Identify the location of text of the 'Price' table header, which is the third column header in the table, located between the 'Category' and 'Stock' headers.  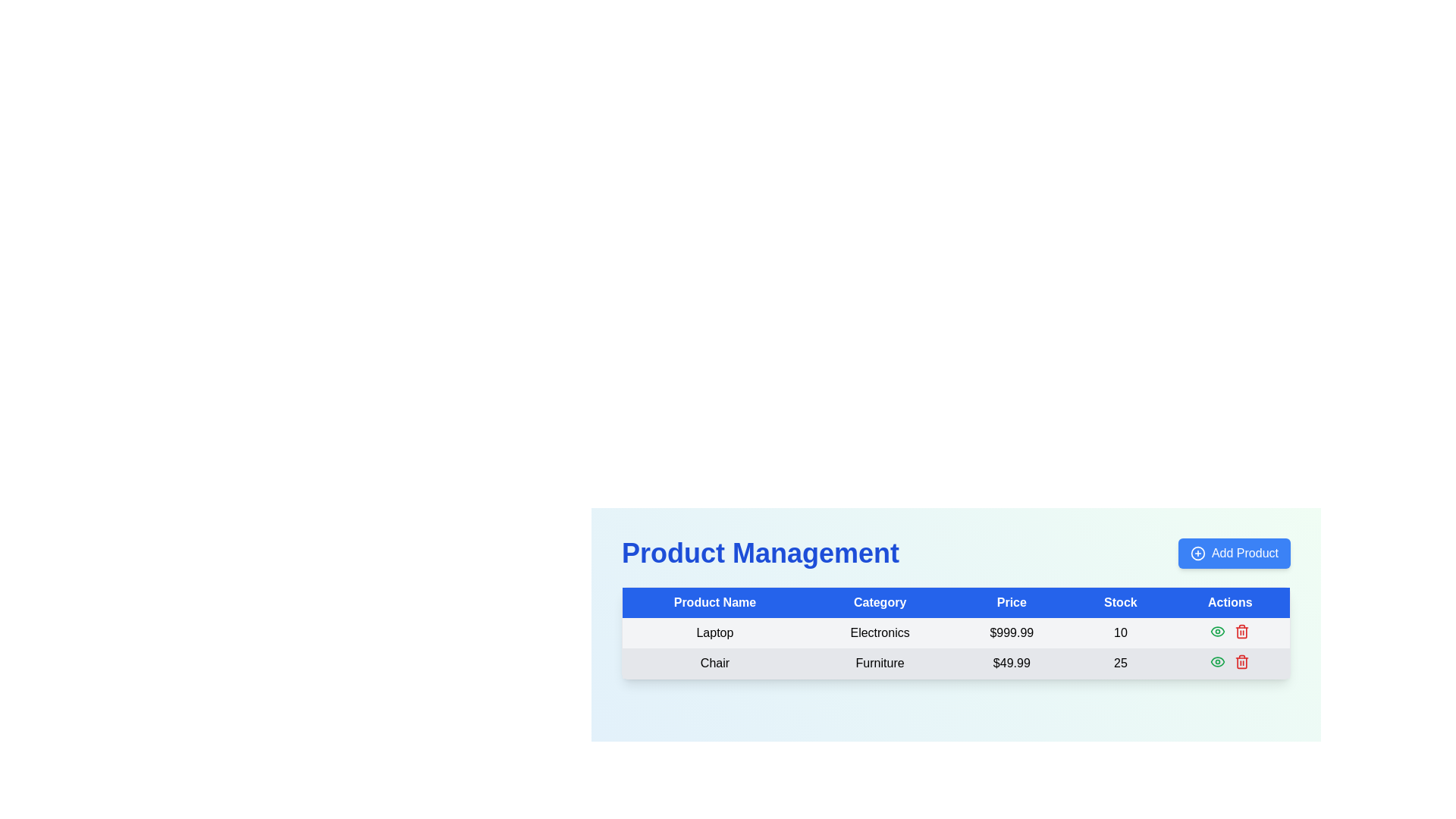
(1012, 601).